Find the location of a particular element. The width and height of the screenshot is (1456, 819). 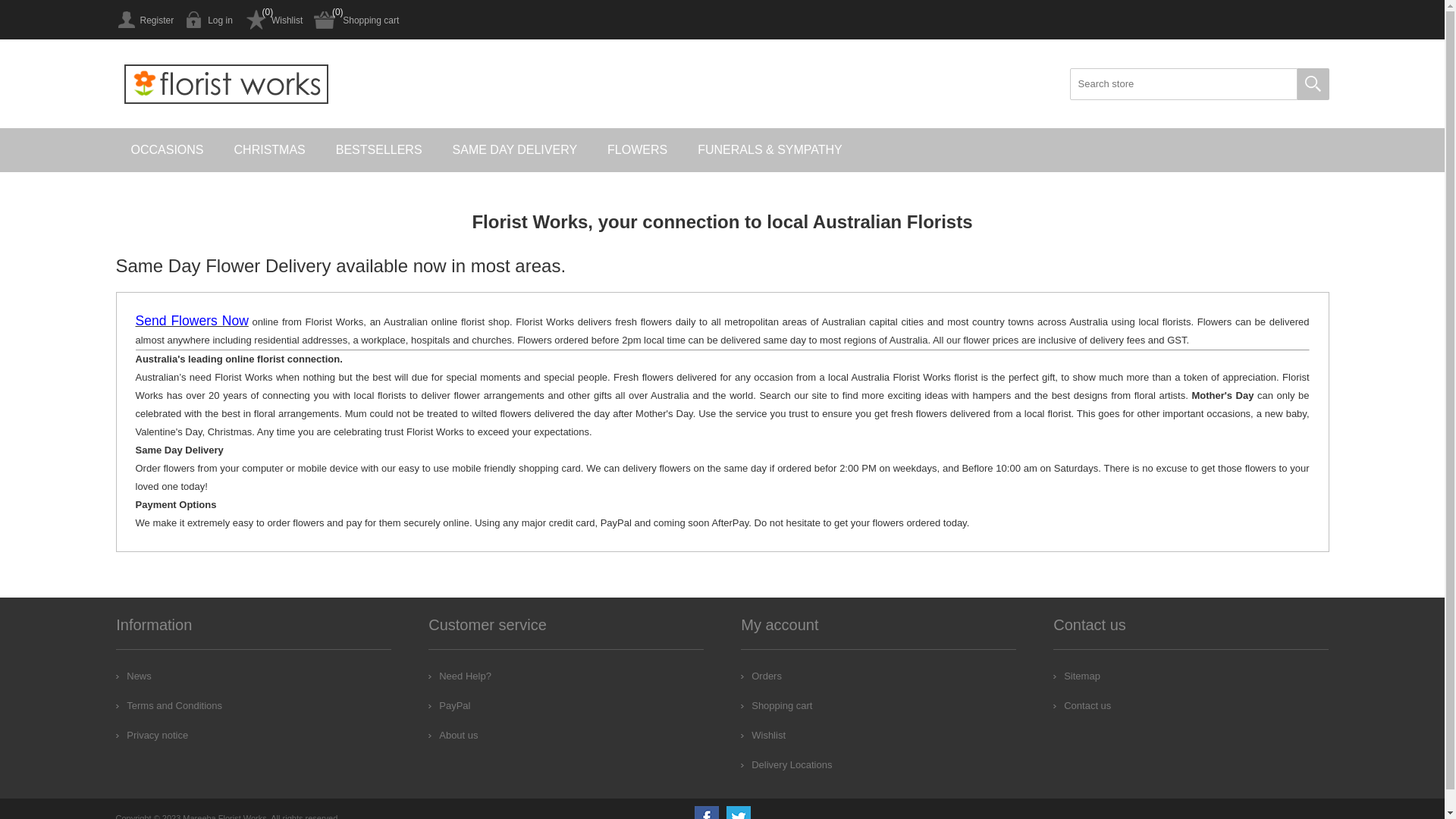

'Contact us' is located at coordinates (1081, 705).